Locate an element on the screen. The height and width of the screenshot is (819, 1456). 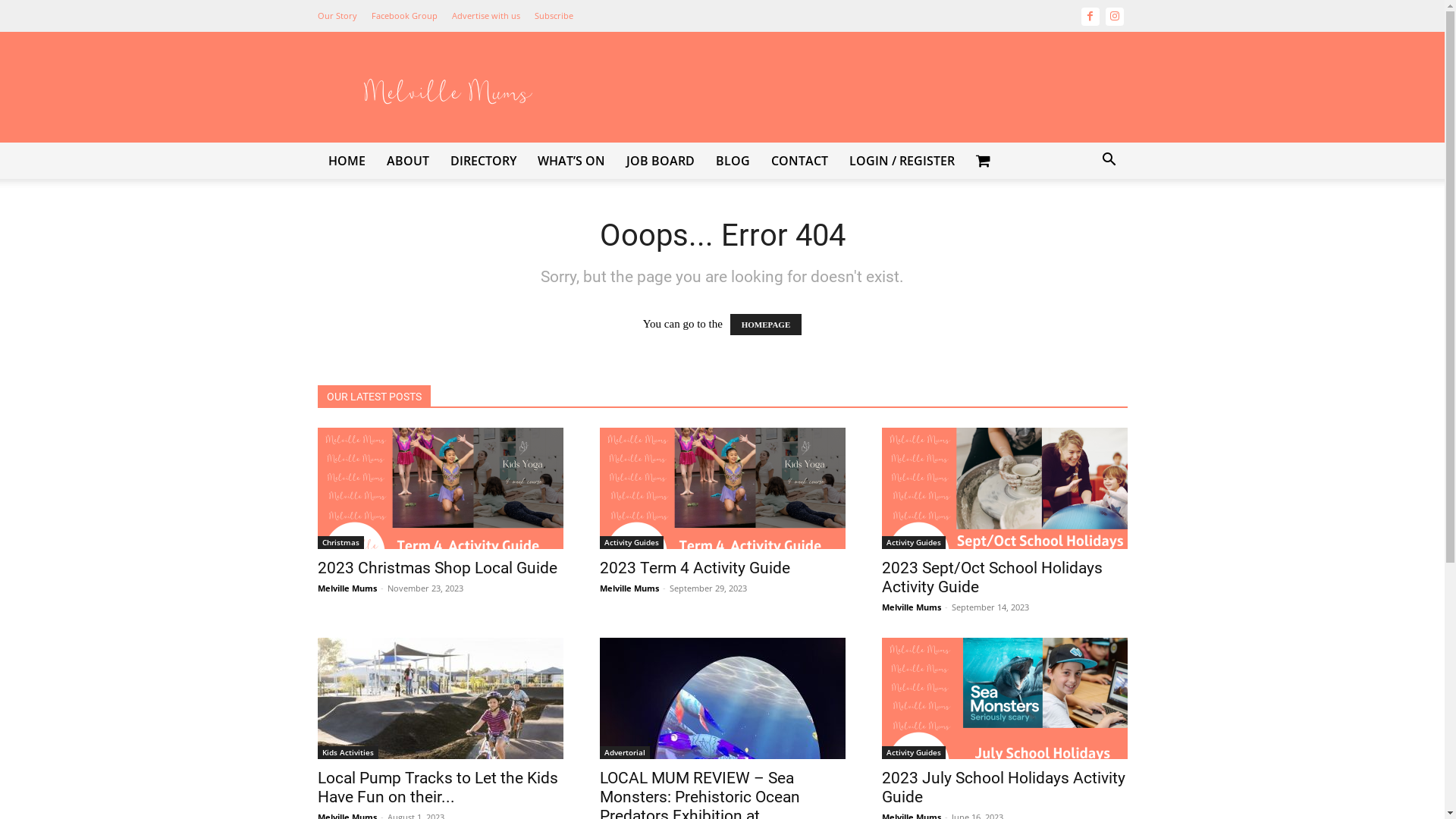
'Activity Guides' is located at coordinates (630, 541).